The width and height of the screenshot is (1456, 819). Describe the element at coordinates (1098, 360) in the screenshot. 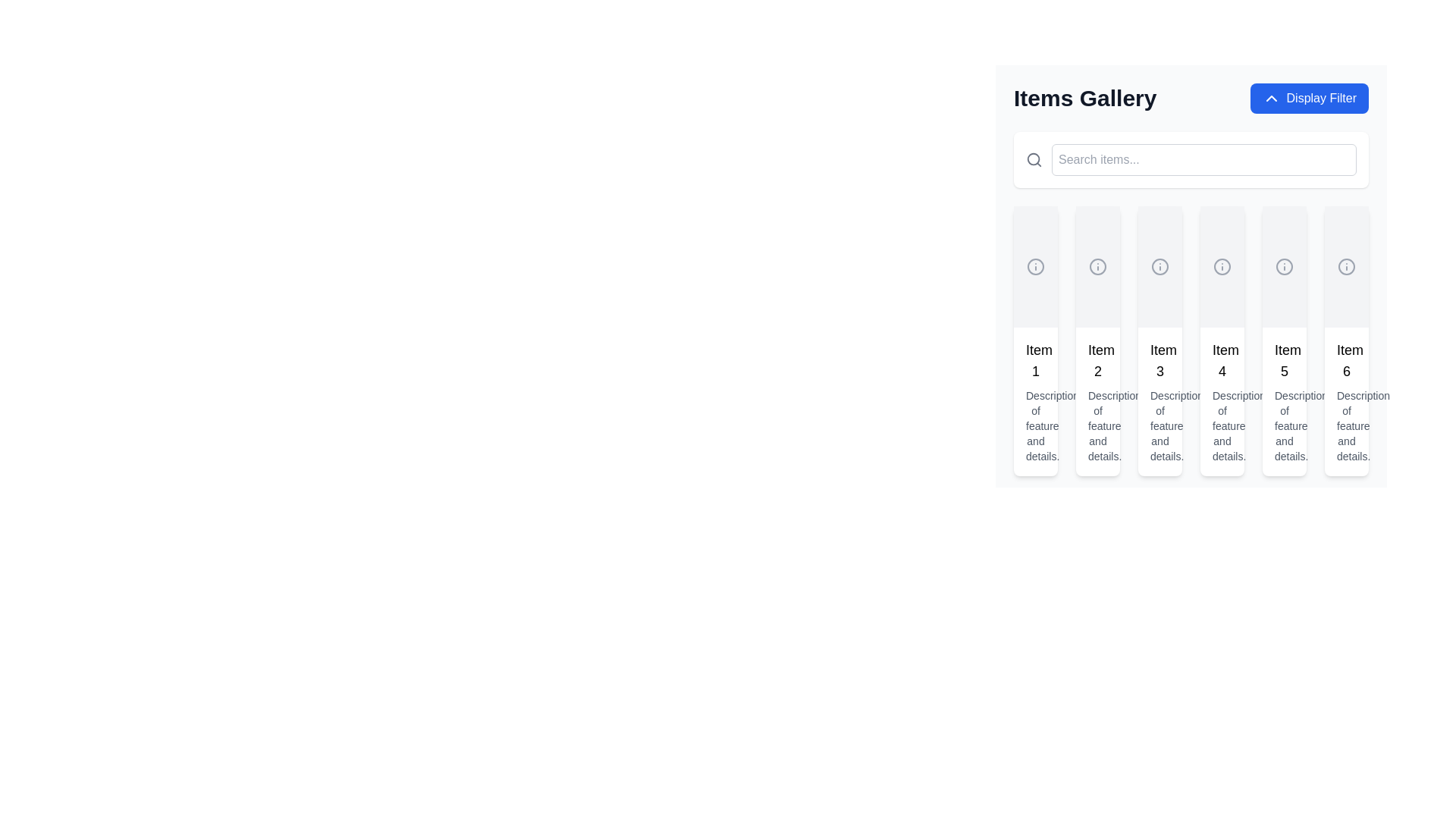

I see `the text label that contains the words 'Item 2', which is located at the top of the second card in a horizontally aligned list of cards` at that location.